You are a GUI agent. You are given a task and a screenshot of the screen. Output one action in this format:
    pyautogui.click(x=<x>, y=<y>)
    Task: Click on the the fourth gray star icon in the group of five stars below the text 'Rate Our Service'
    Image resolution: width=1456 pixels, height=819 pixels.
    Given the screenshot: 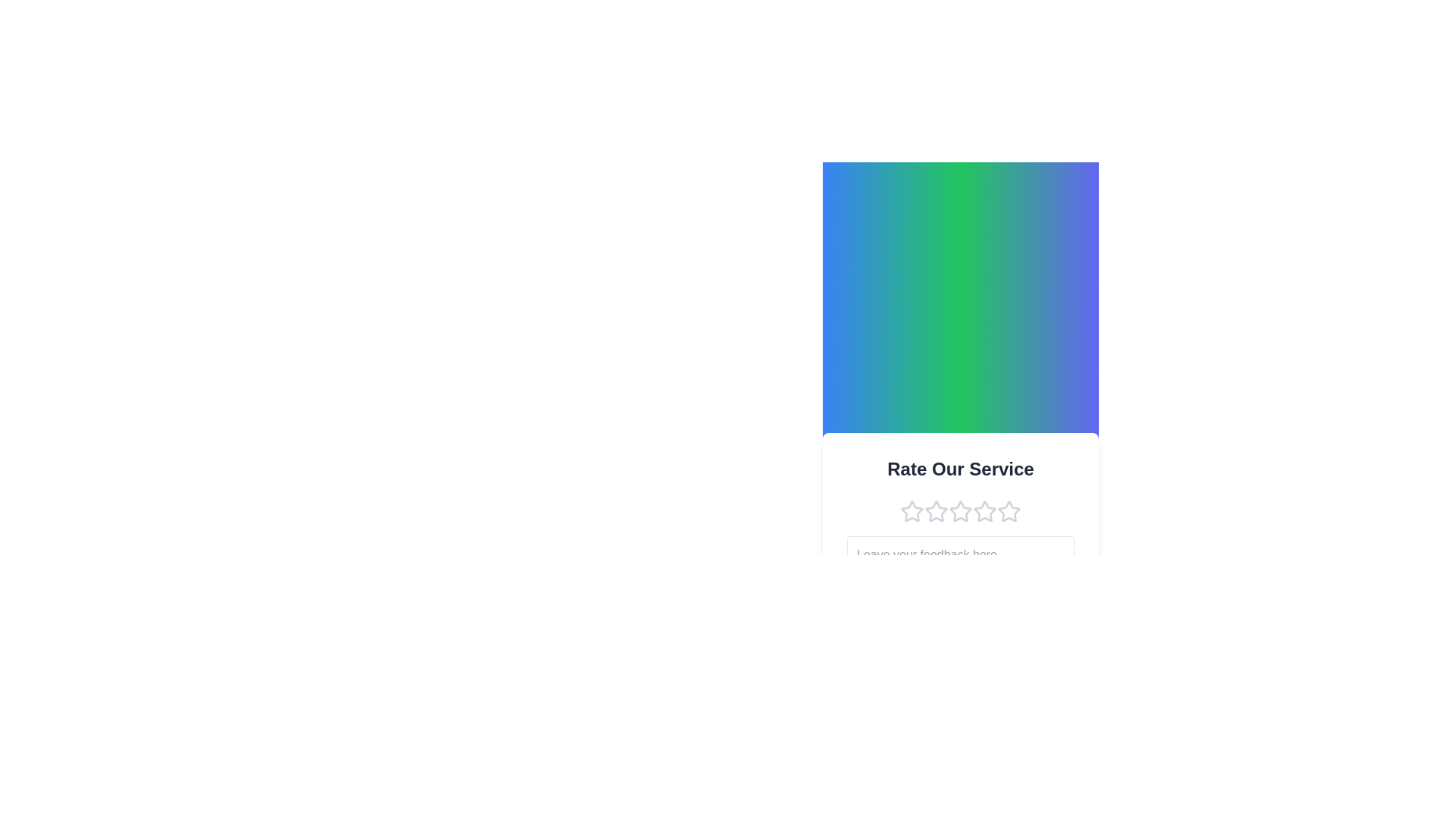 What is the action you would take?
    pyautogui.click(x=985, y=511)
    